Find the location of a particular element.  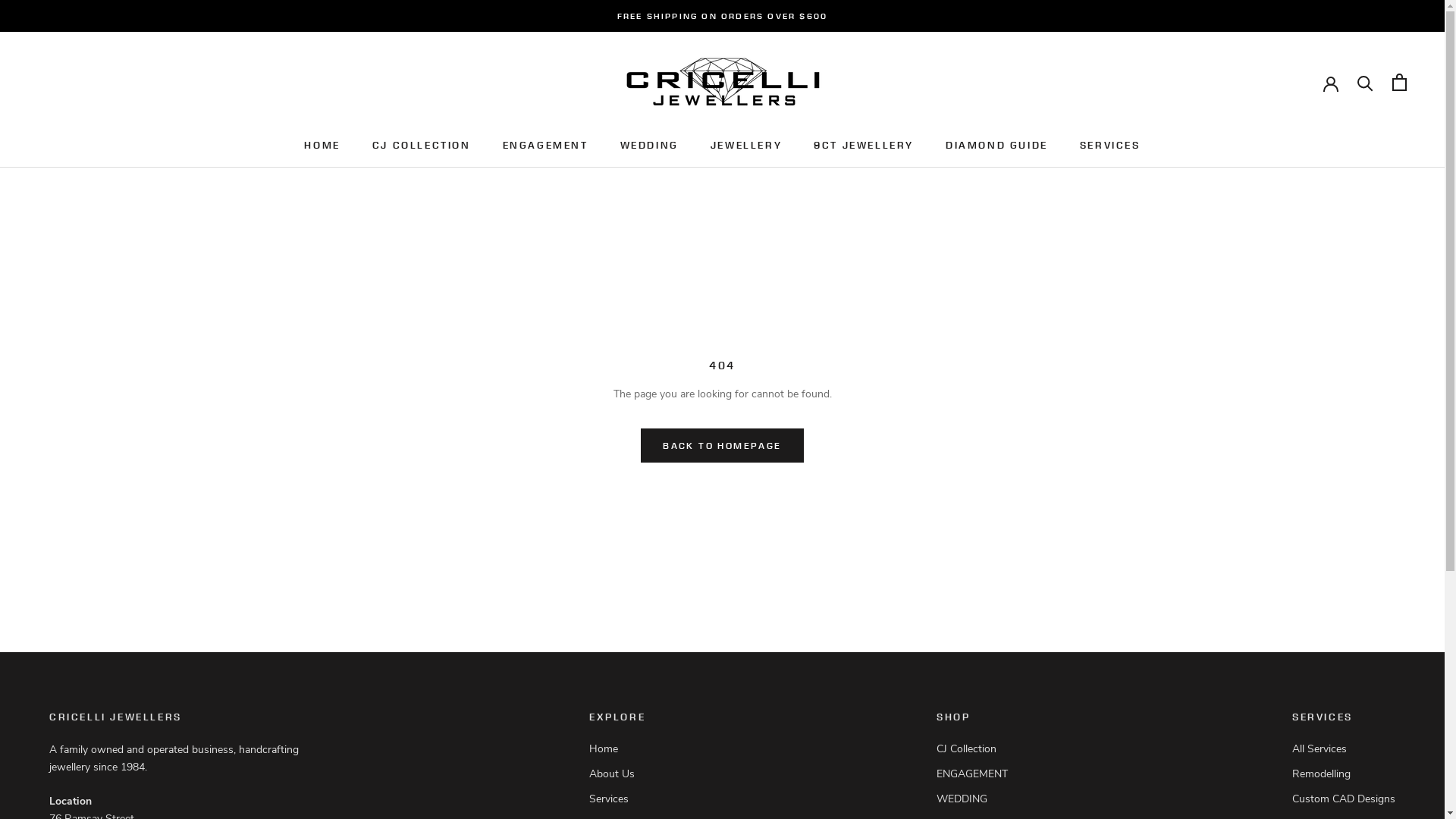

'DIAMOND GUIDE is located at coordinates (996, 145).